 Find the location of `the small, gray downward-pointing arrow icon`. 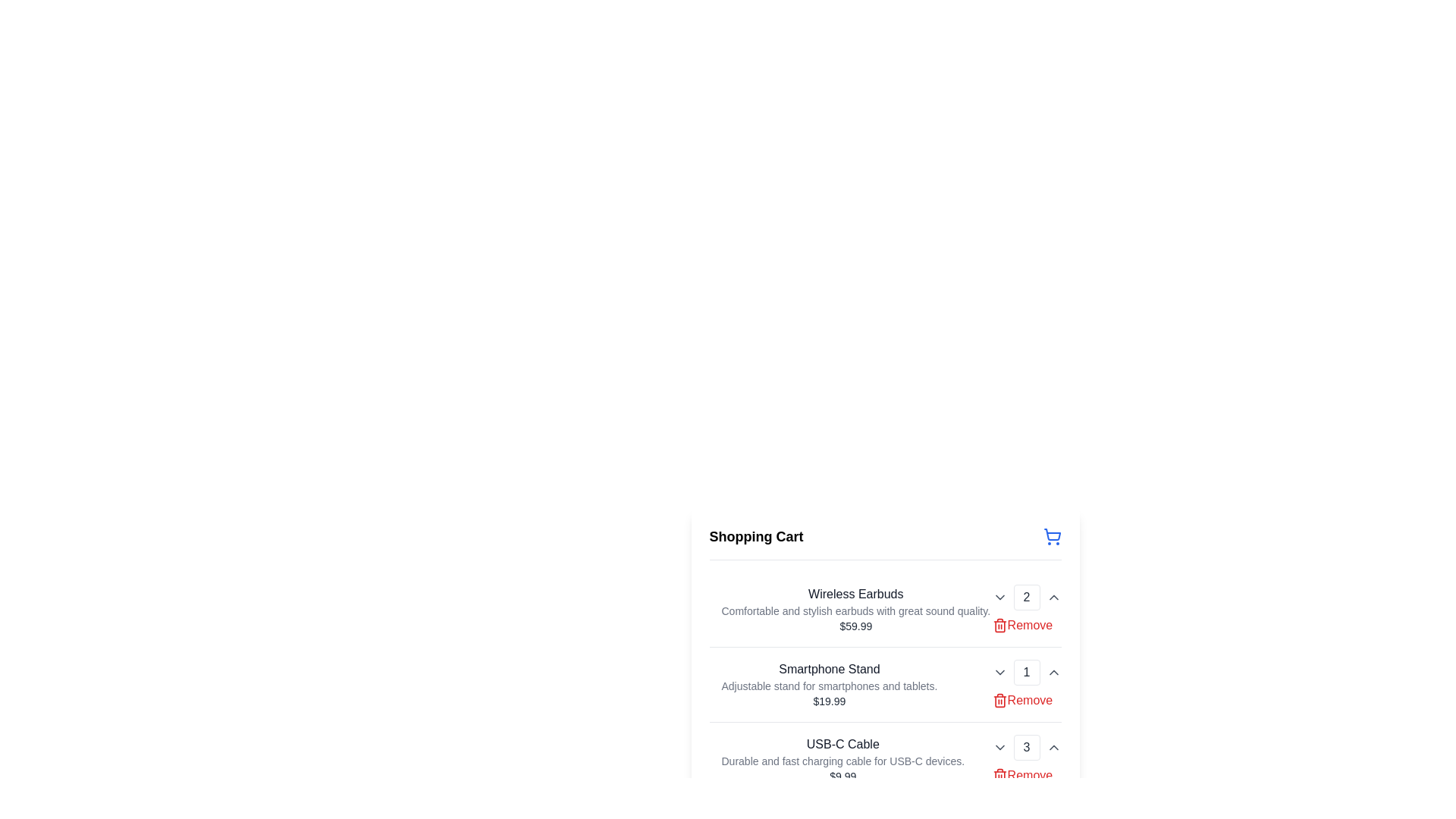

the small, gray downward-pointing arrow icon is located at coordinates (999, 672).